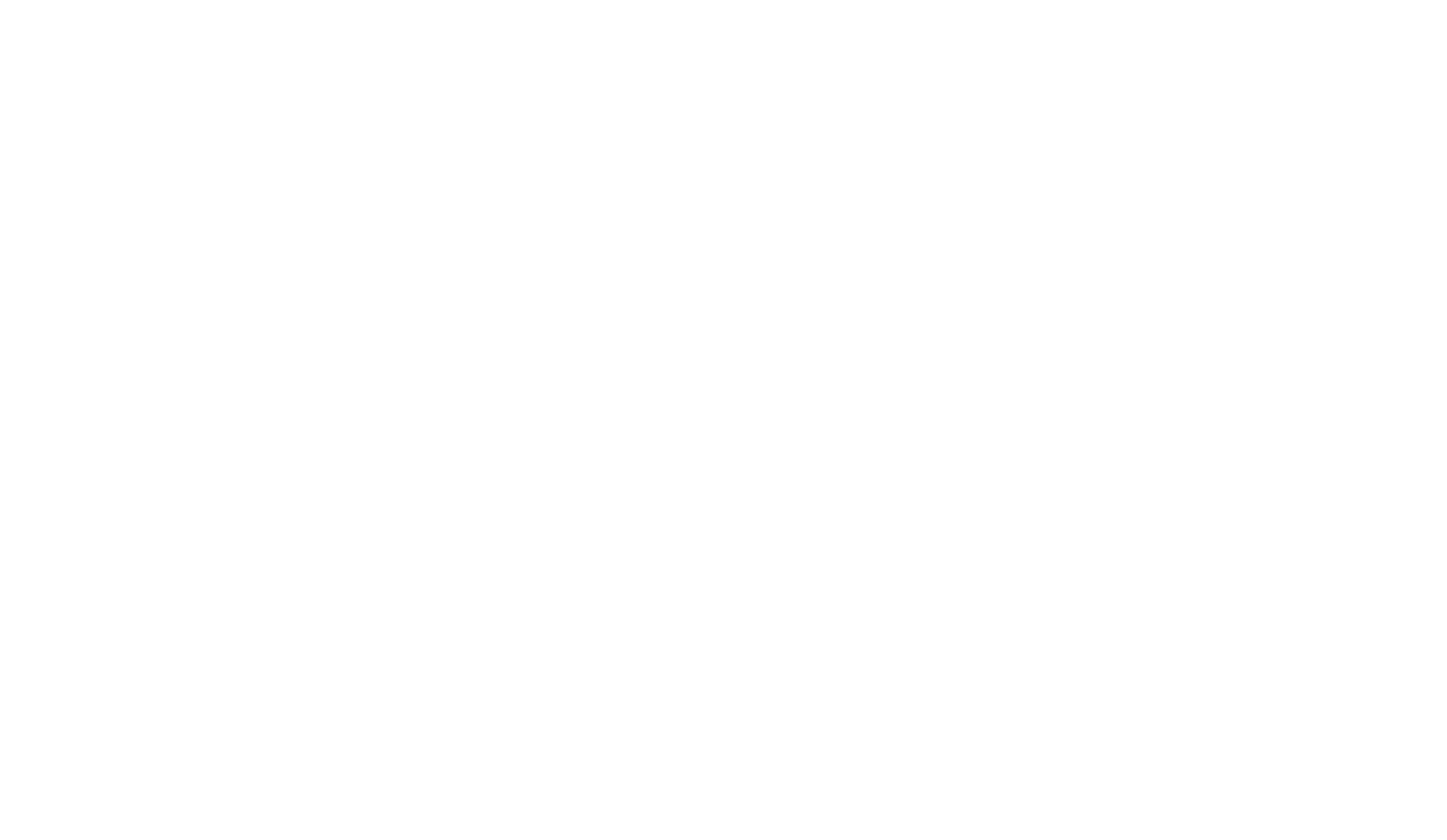  I want to click on 'Spotted par Jeca', so click(1047, 203).